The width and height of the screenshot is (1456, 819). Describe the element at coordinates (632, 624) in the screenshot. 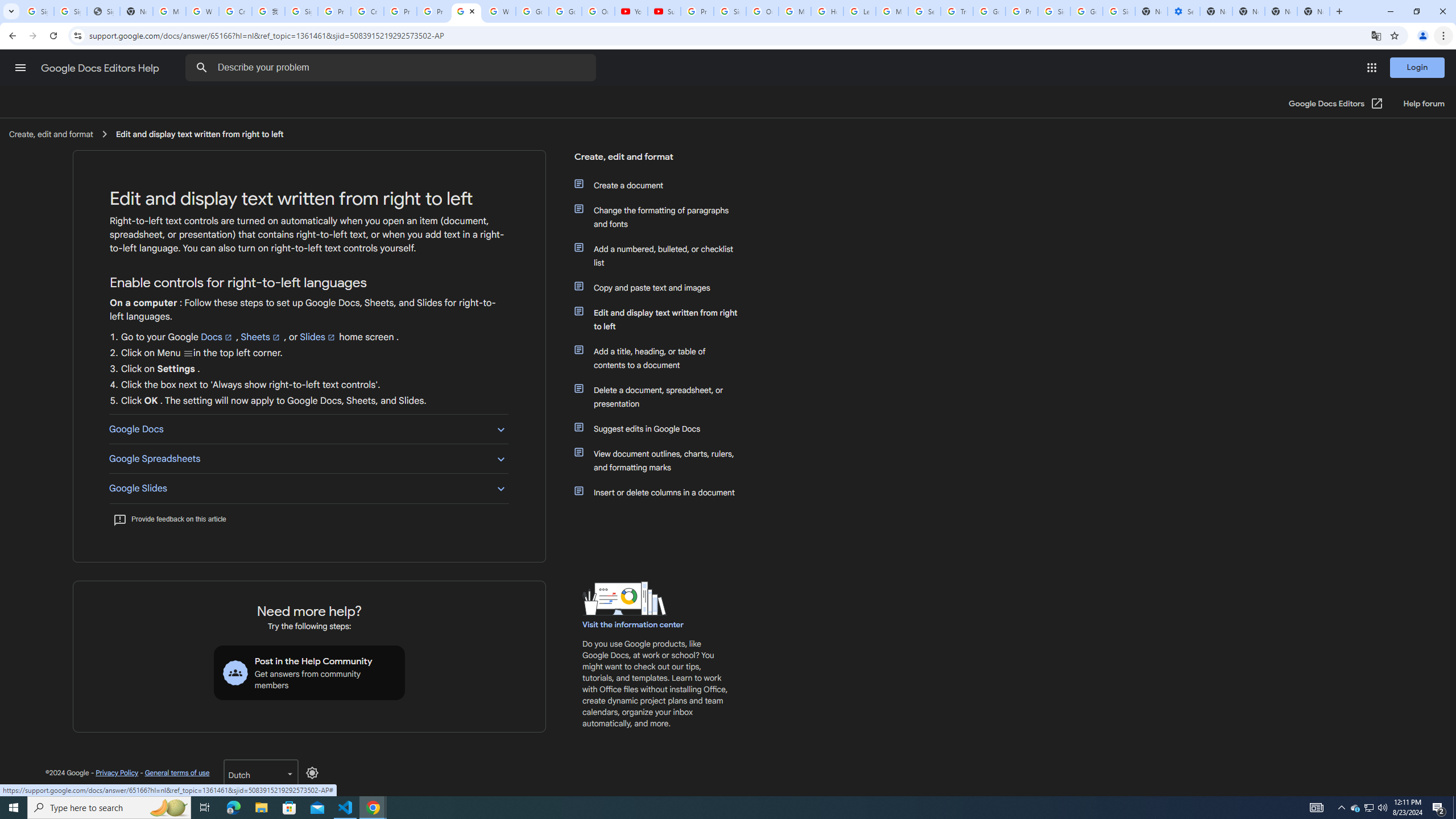

I see `'Visit the information center'` at that location.